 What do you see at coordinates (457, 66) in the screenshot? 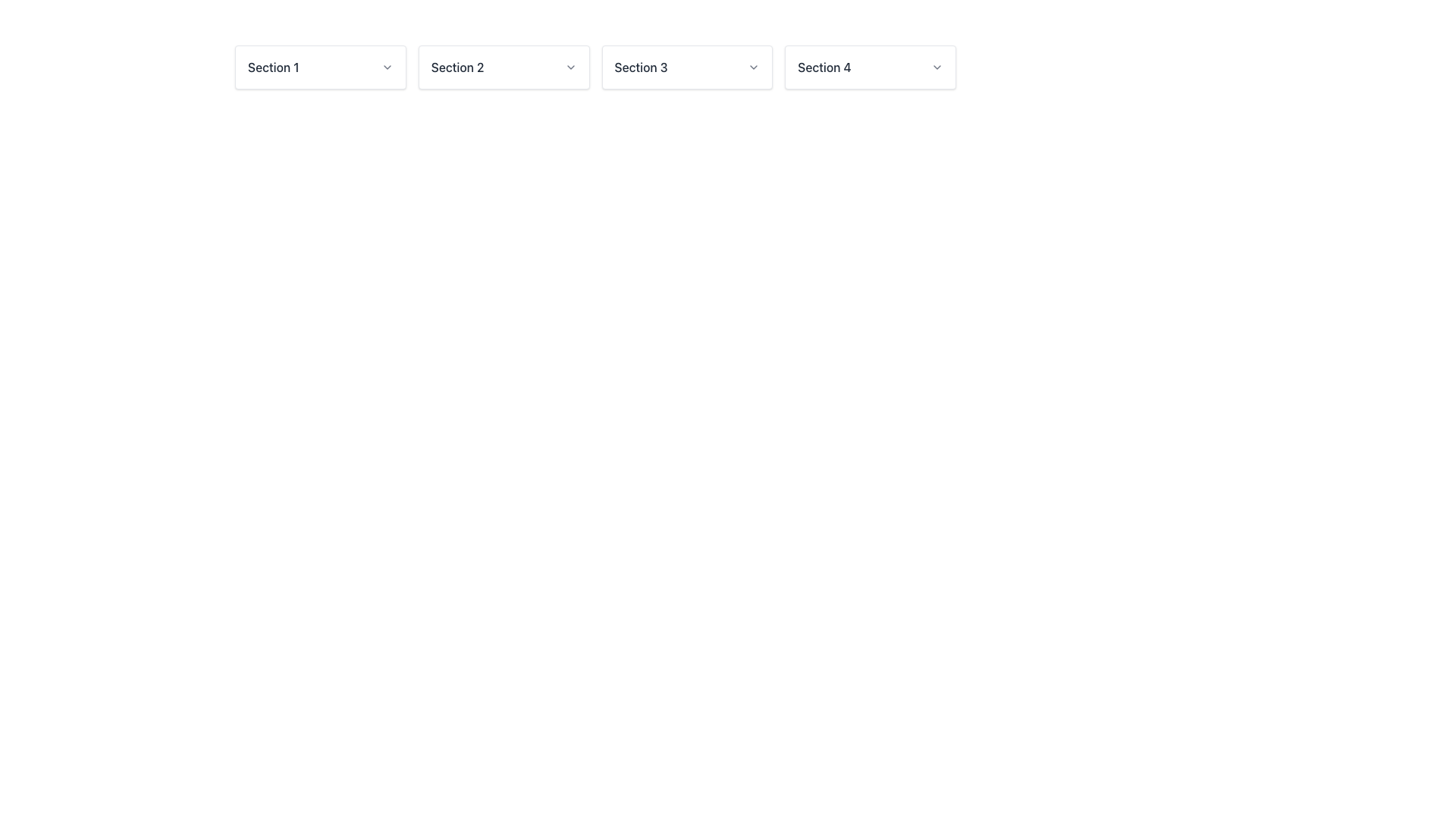
I see `the text label displaying 'Section 2' located in the horizontal navigation bar, which is the second item from the left` at bounding box center [457, 66].